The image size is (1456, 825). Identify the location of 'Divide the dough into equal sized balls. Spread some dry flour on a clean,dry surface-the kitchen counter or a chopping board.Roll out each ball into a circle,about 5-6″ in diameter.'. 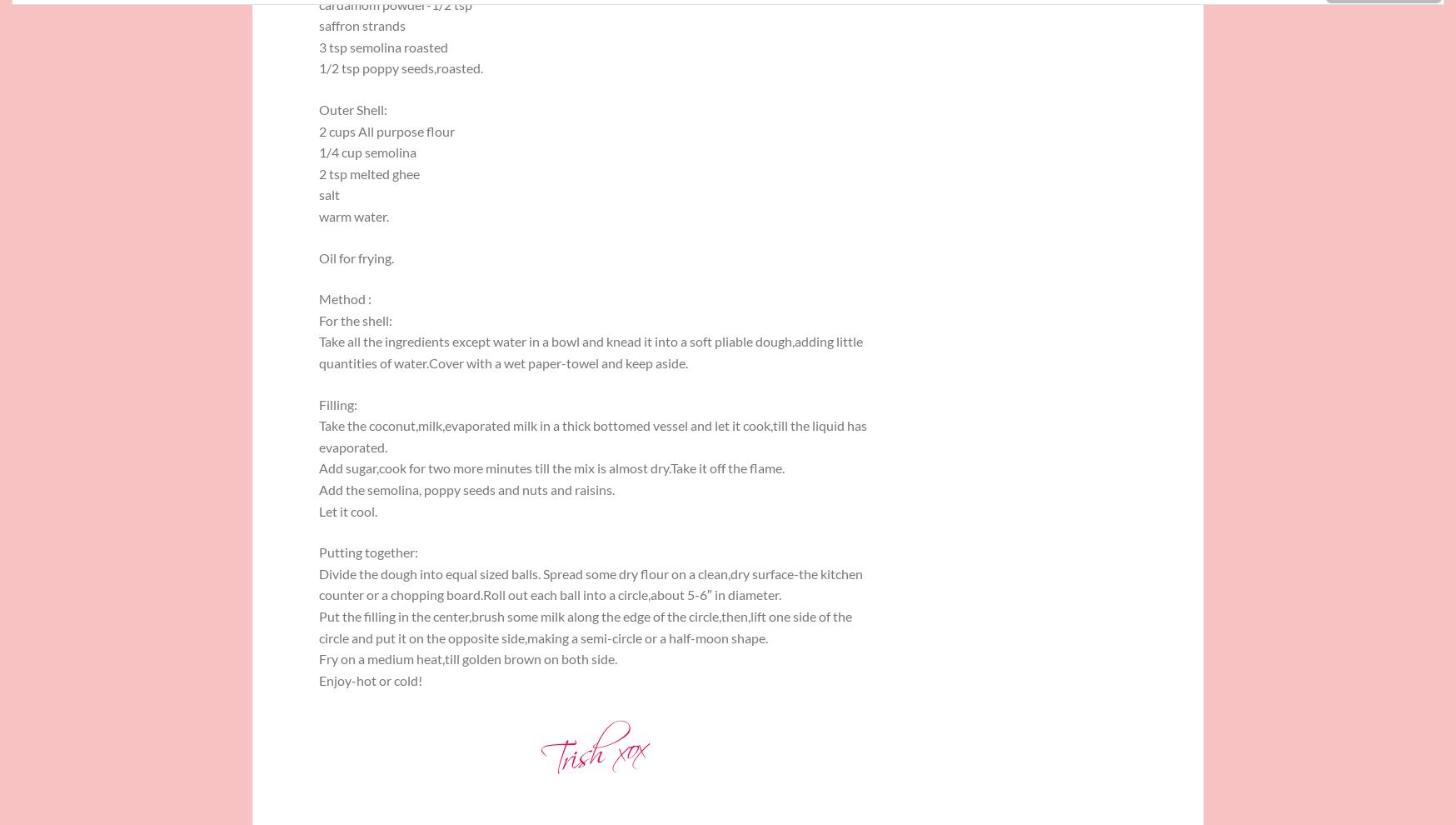
(591, 582).